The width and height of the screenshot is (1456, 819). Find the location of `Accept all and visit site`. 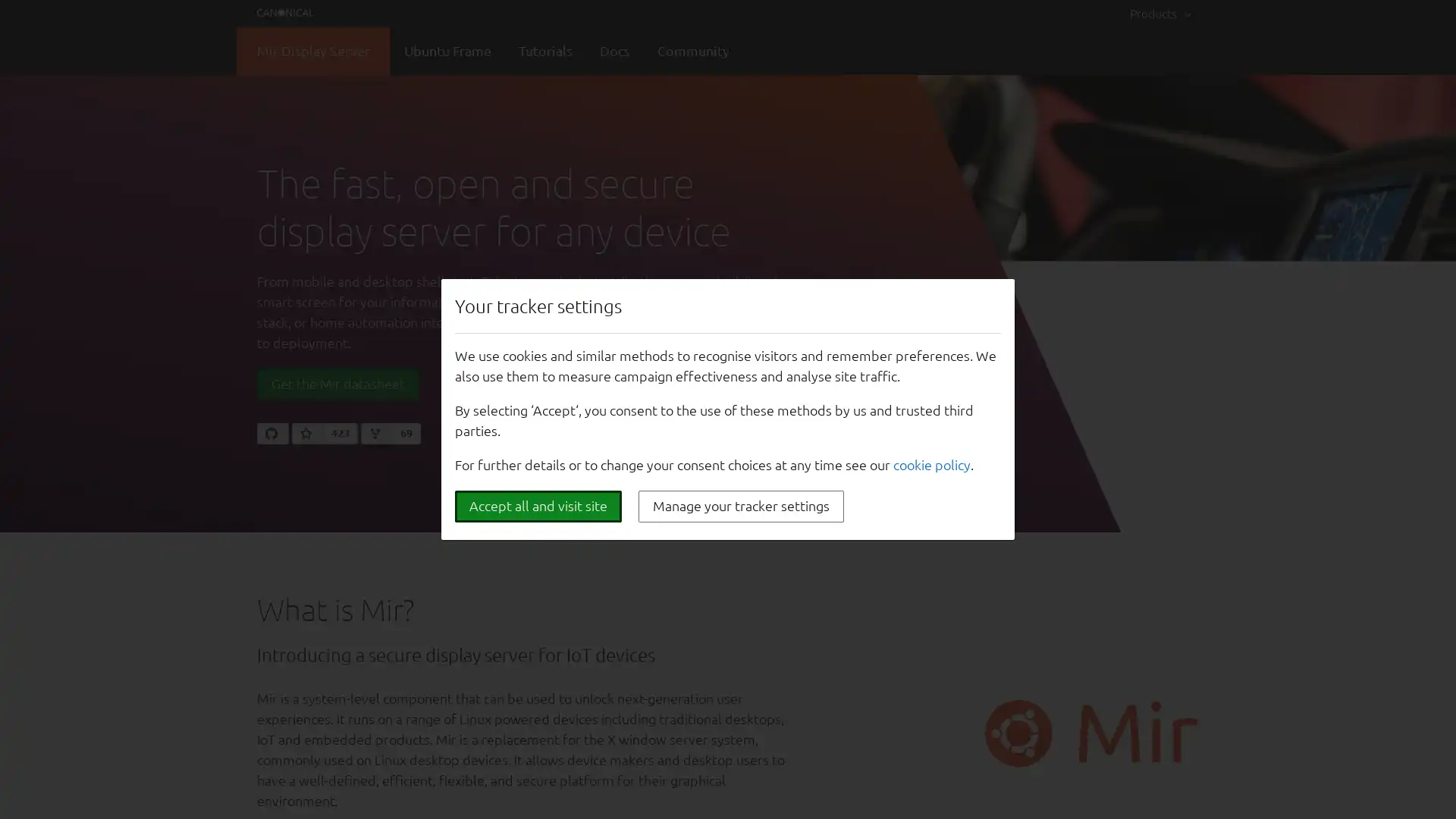

Accept all and visit site is located at coordinates (538, 506).